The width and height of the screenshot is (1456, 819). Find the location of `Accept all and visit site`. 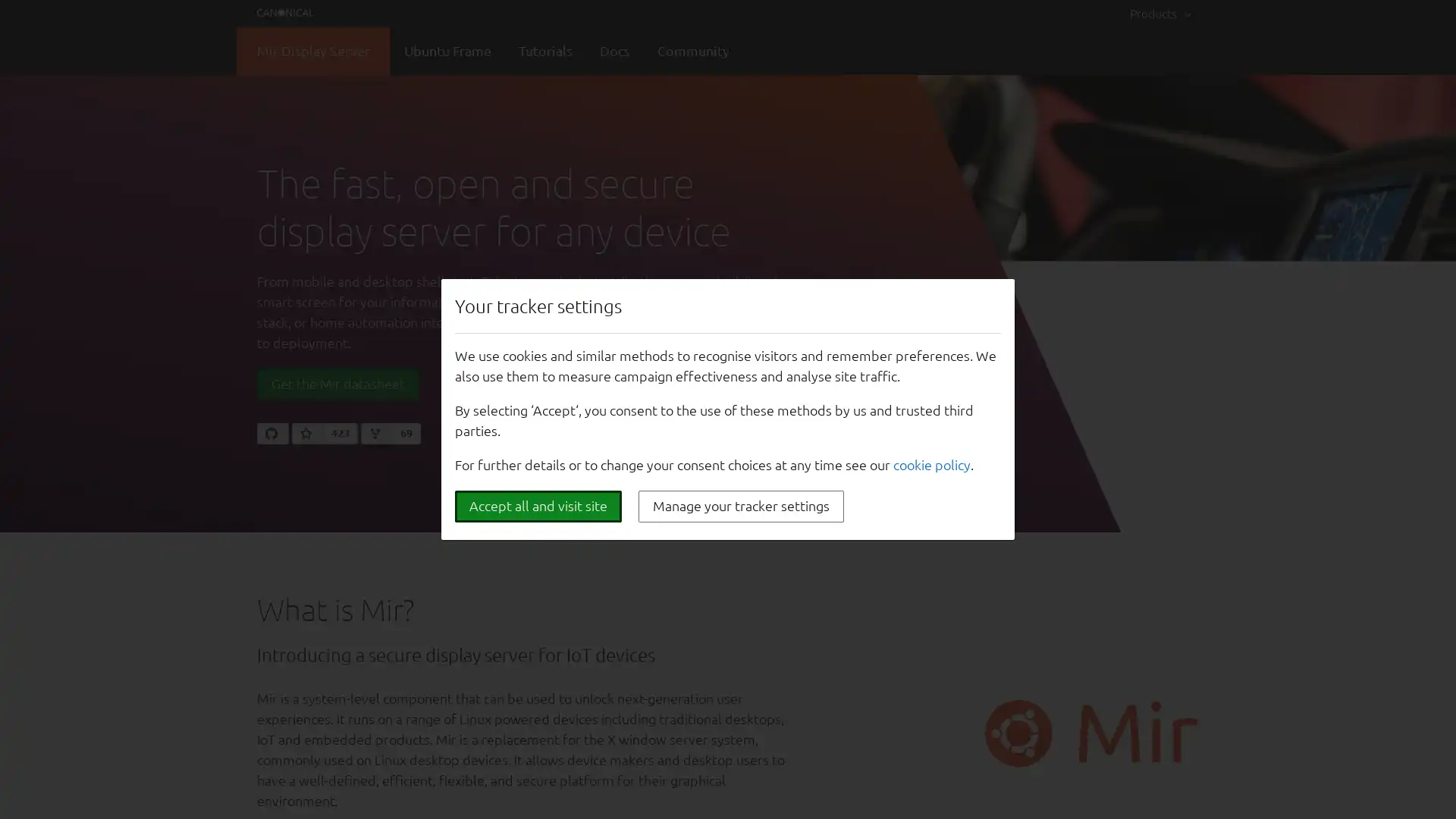

Accept all and visit site is located at coordinates (538, 506).